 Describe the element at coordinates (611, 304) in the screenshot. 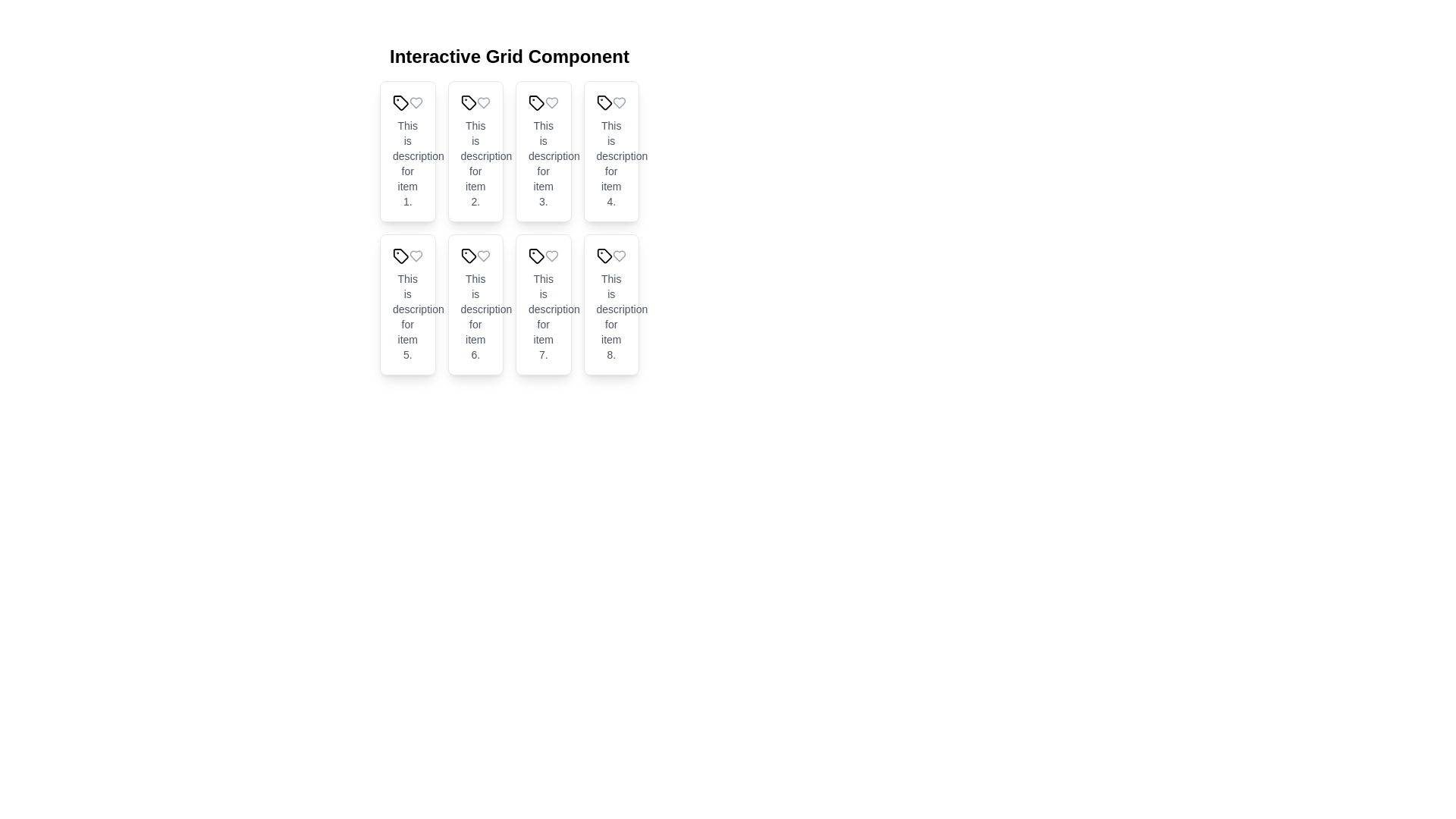

I see `the eighth tile in the grid structure` at that location.